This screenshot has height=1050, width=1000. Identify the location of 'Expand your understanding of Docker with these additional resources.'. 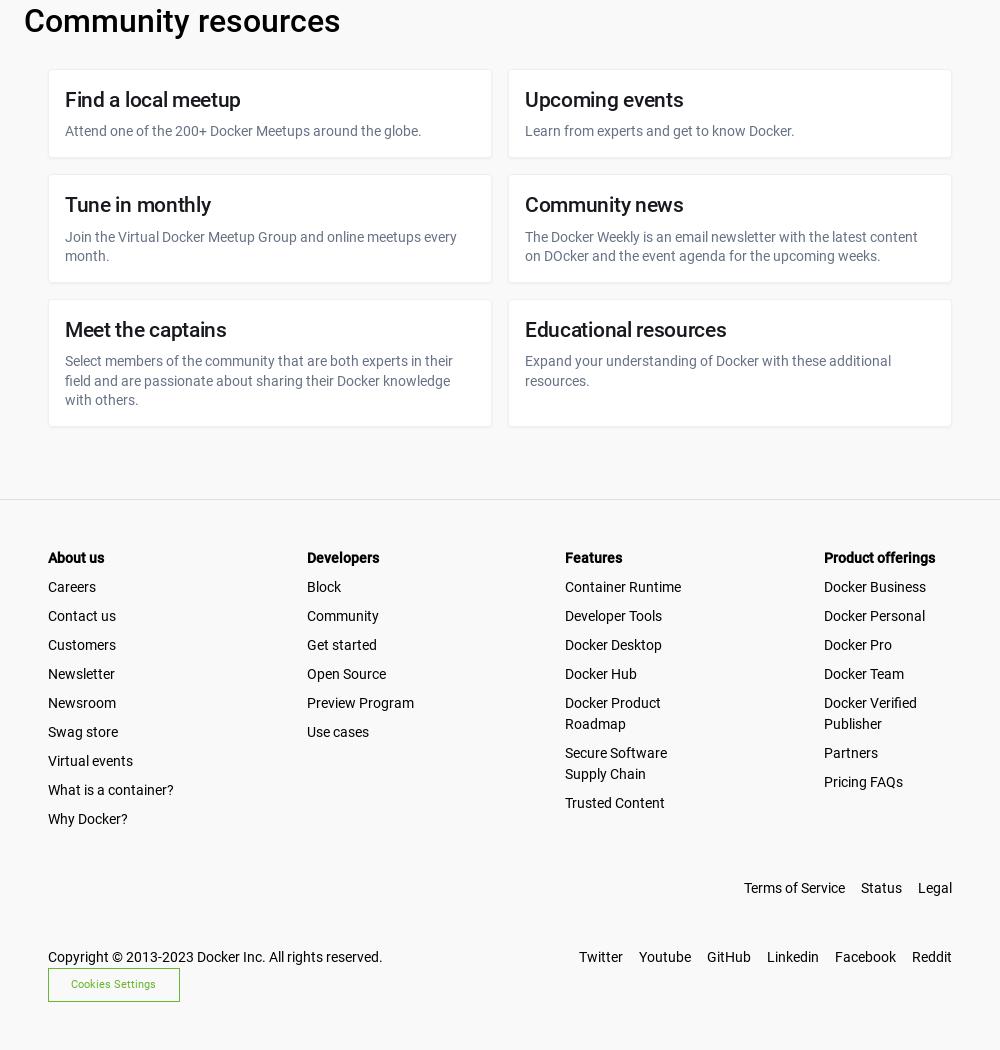
(707, 369).